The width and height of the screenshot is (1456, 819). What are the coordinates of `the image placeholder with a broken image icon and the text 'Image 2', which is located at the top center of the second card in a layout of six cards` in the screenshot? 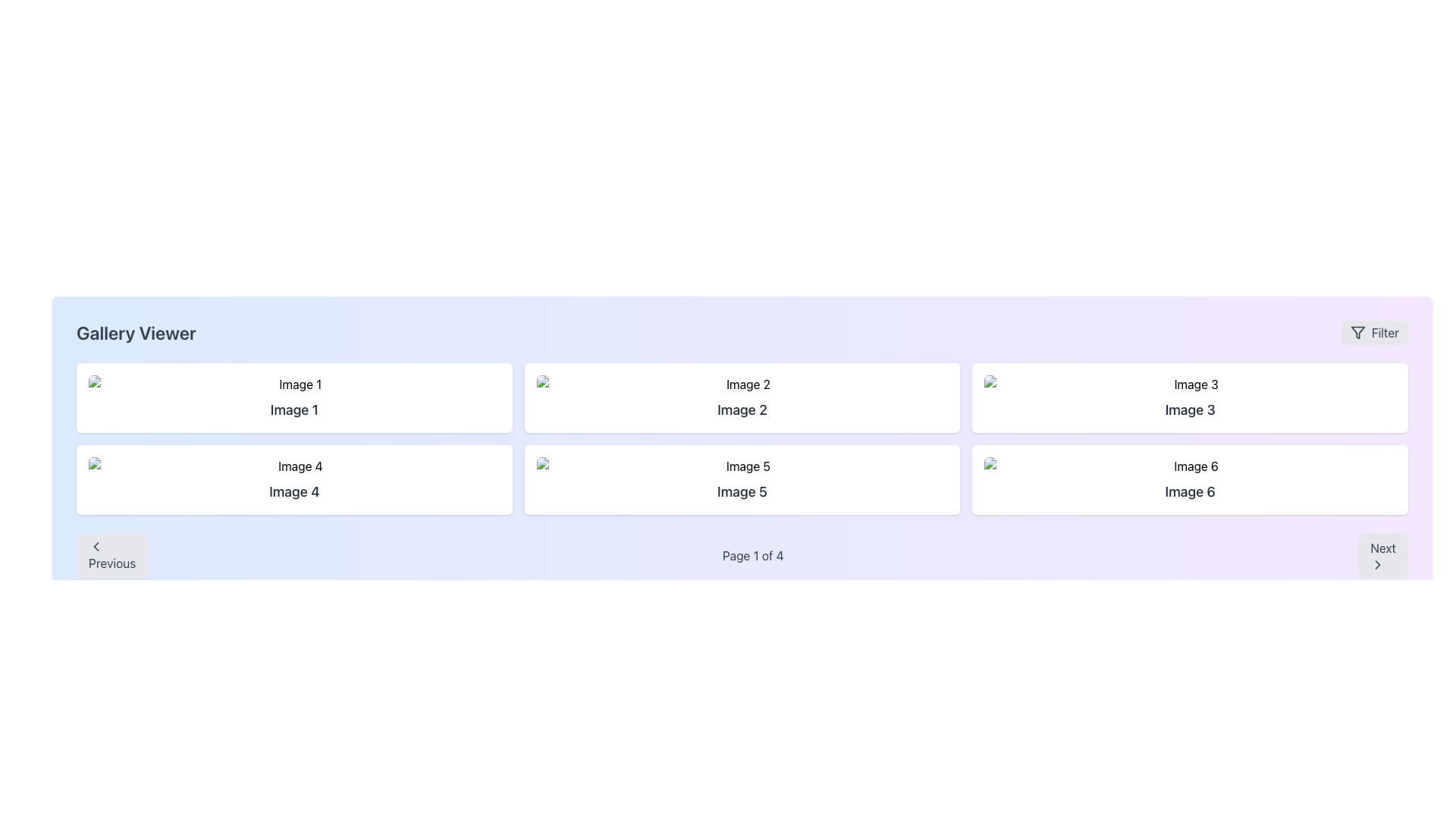 It's located at (742, 383).